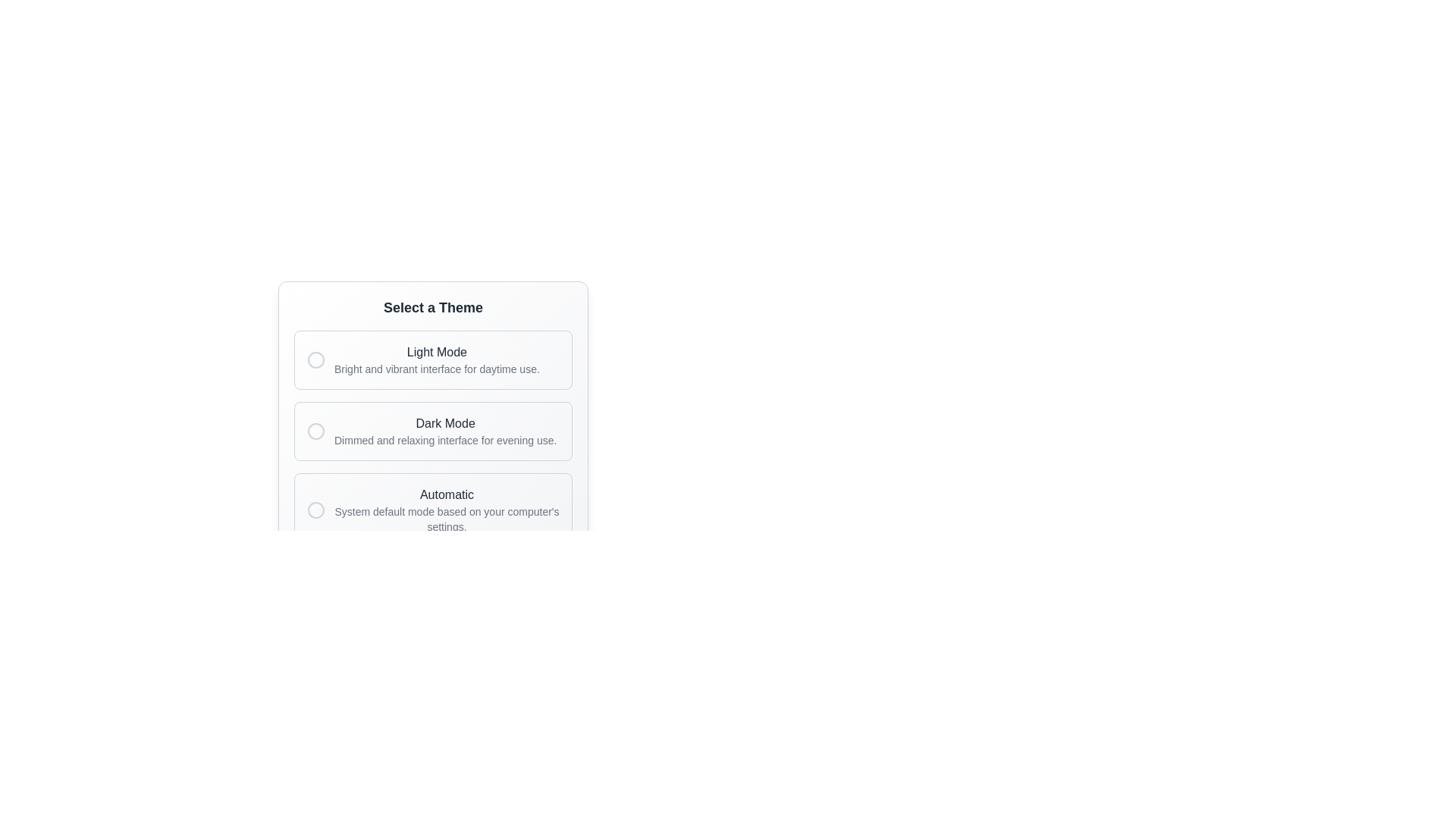 This screenshot has width=1456, height=819. I want to click on the first radio button styled with a gray border for the 'Light Mode' option, so click(315, 359).